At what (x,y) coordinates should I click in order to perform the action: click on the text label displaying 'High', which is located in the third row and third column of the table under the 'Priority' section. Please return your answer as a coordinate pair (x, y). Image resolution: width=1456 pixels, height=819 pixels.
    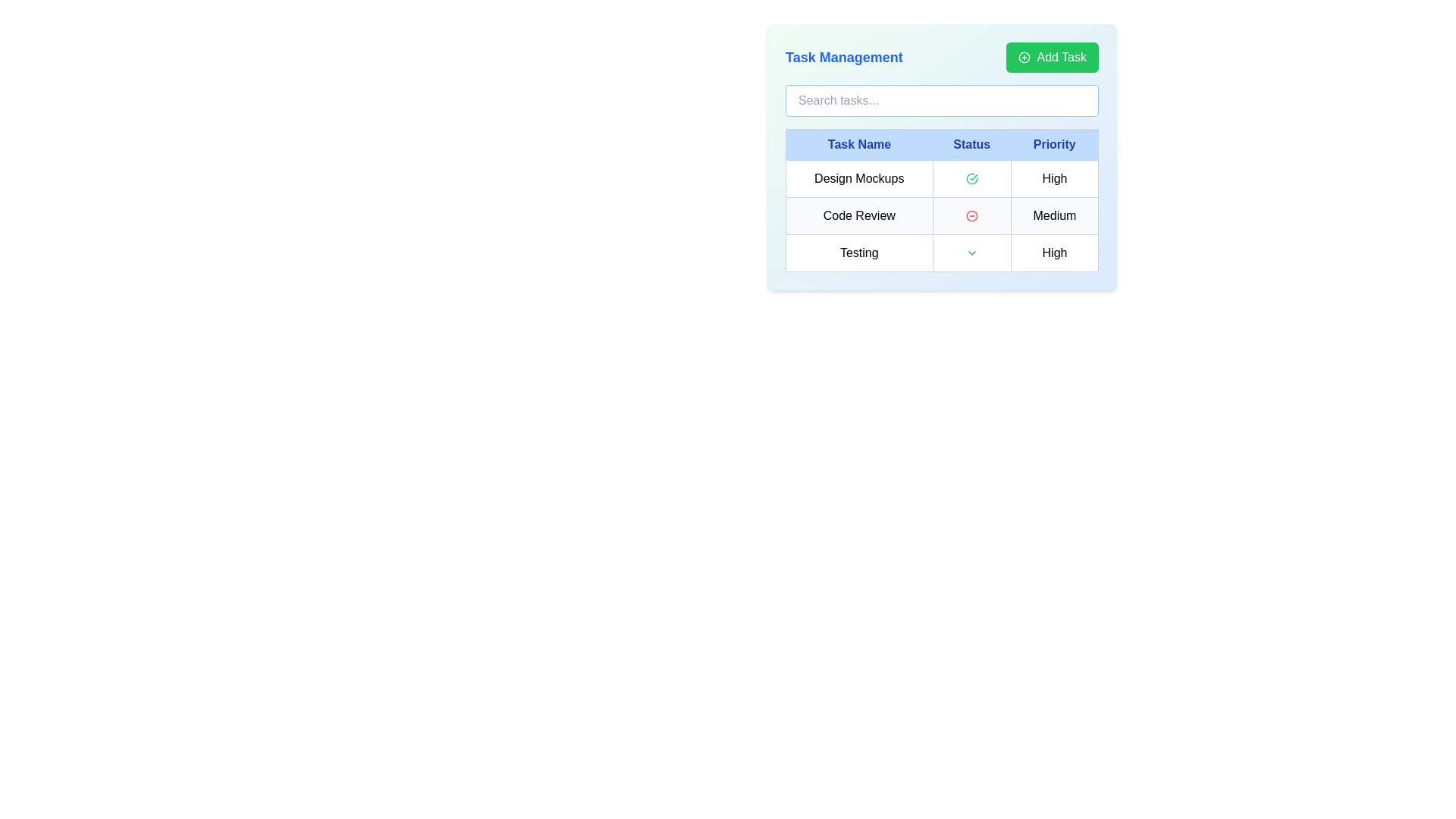
    Looking at the image, I should click on (1054, 253).